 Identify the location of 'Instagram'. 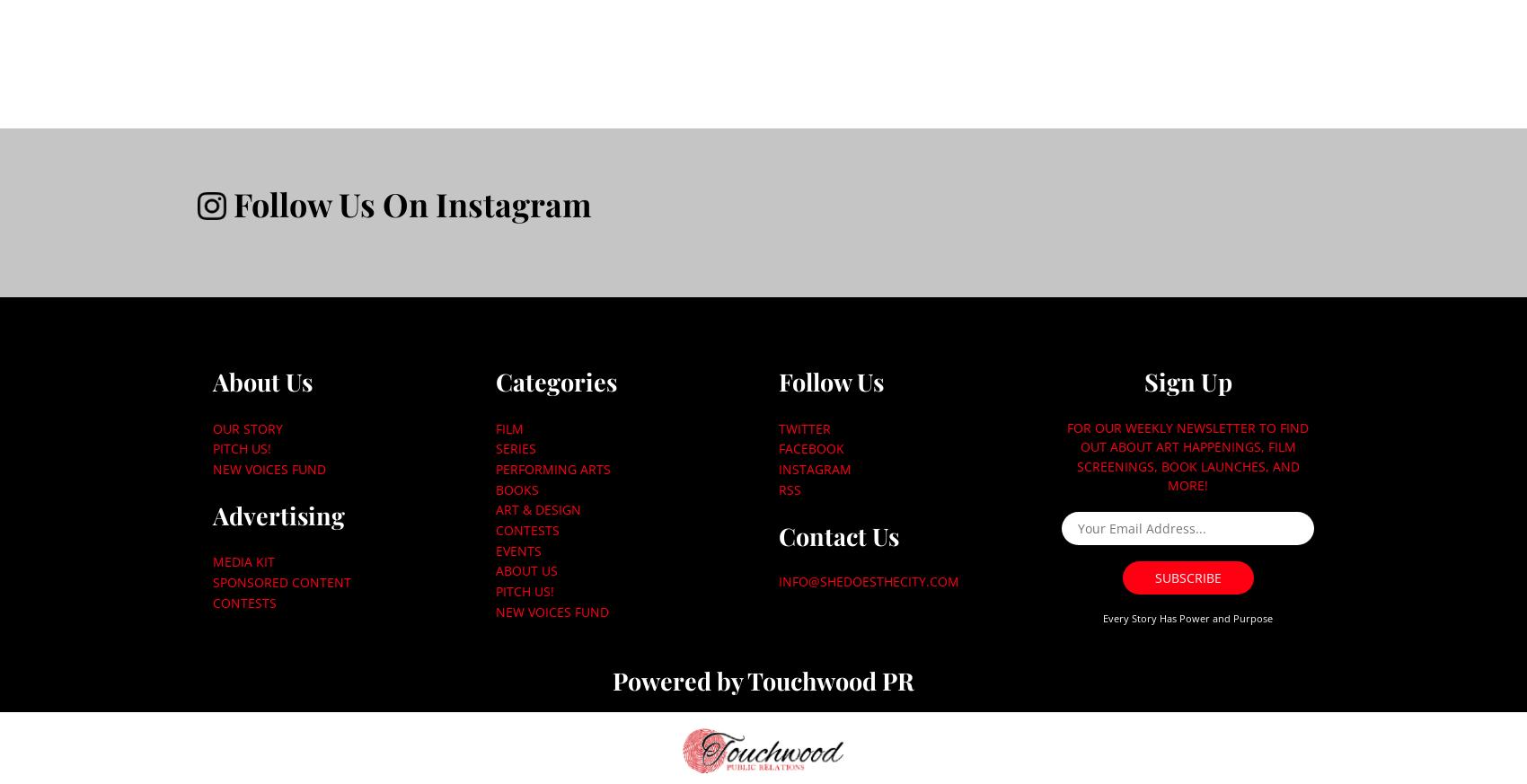
(814, 468).